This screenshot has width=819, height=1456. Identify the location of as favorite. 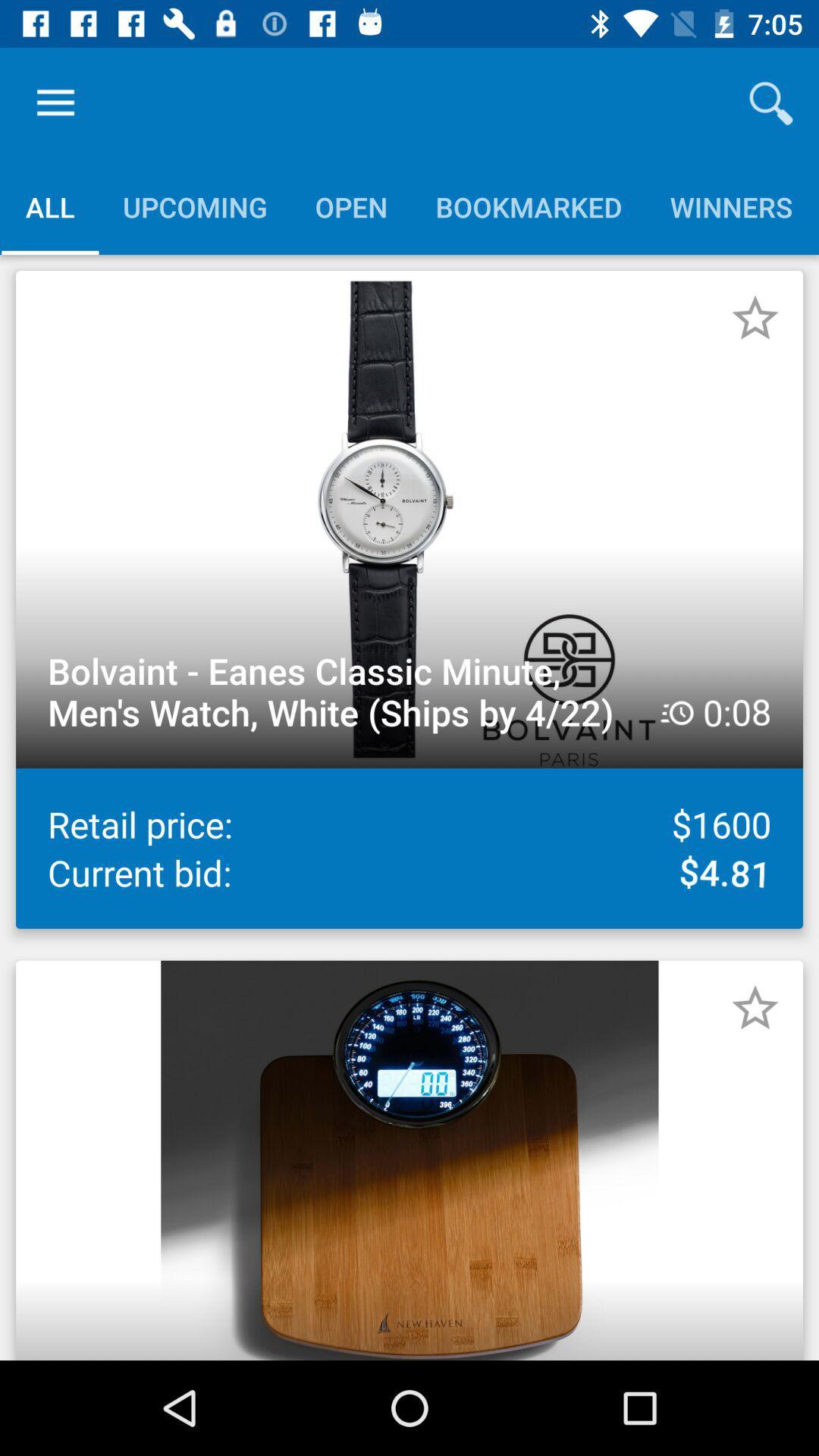
(755, 1008).